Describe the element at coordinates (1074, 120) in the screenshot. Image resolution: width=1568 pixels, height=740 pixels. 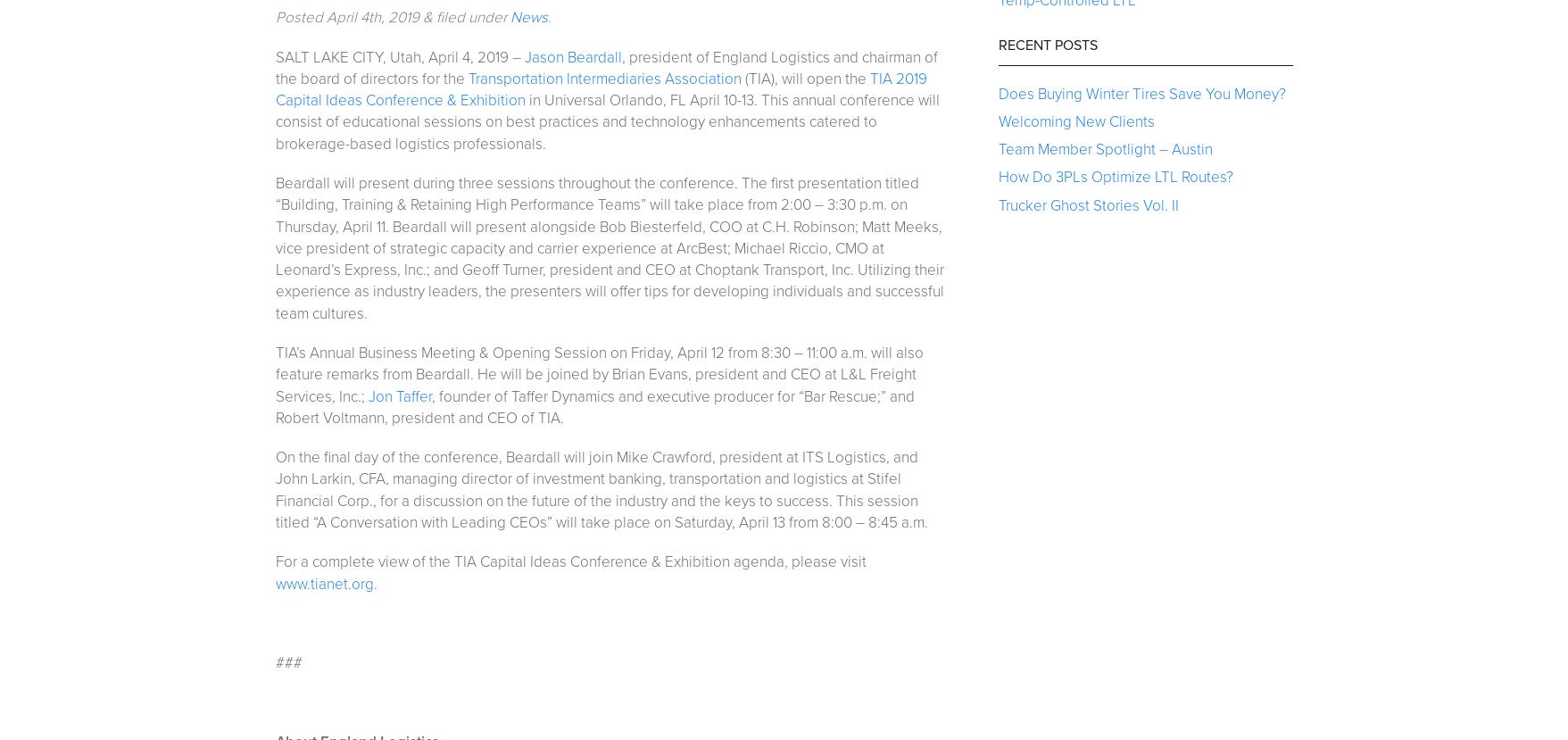
I see `'Welcoming New Clients'` at that location.